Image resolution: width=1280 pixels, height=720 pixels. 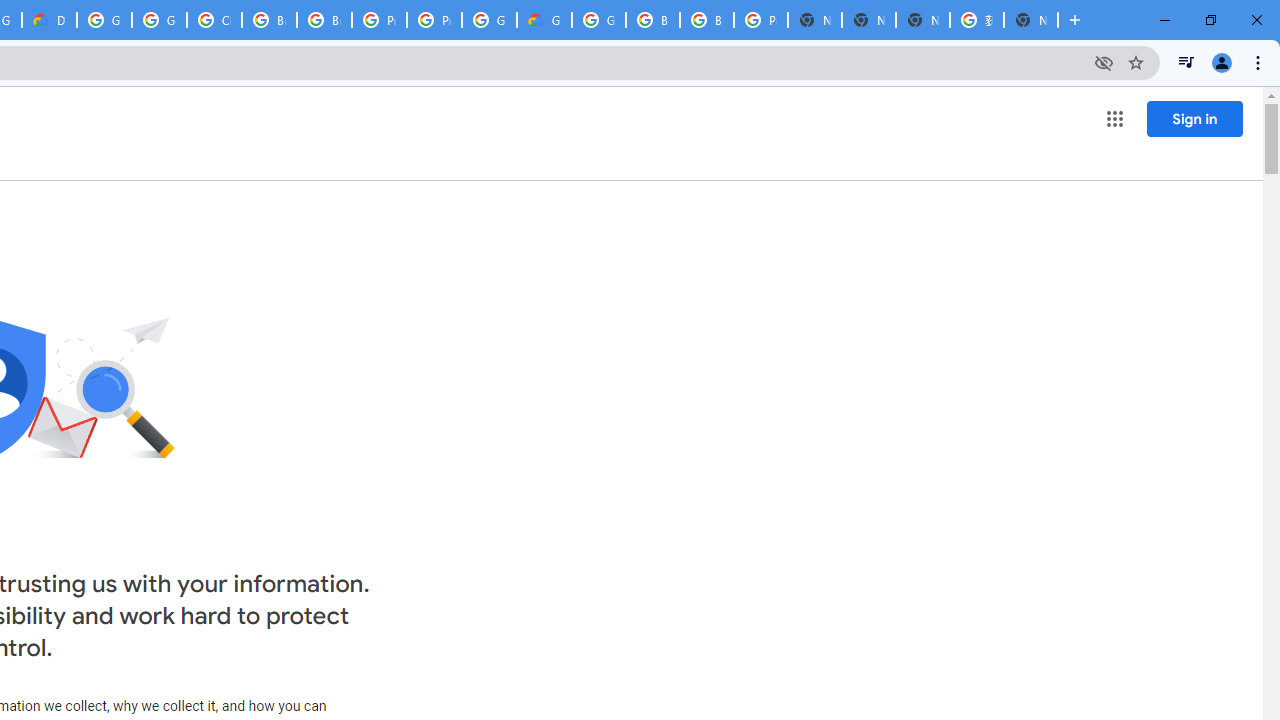 I want to click on 'Google Cloud Platform', so click(x=489, y=20).